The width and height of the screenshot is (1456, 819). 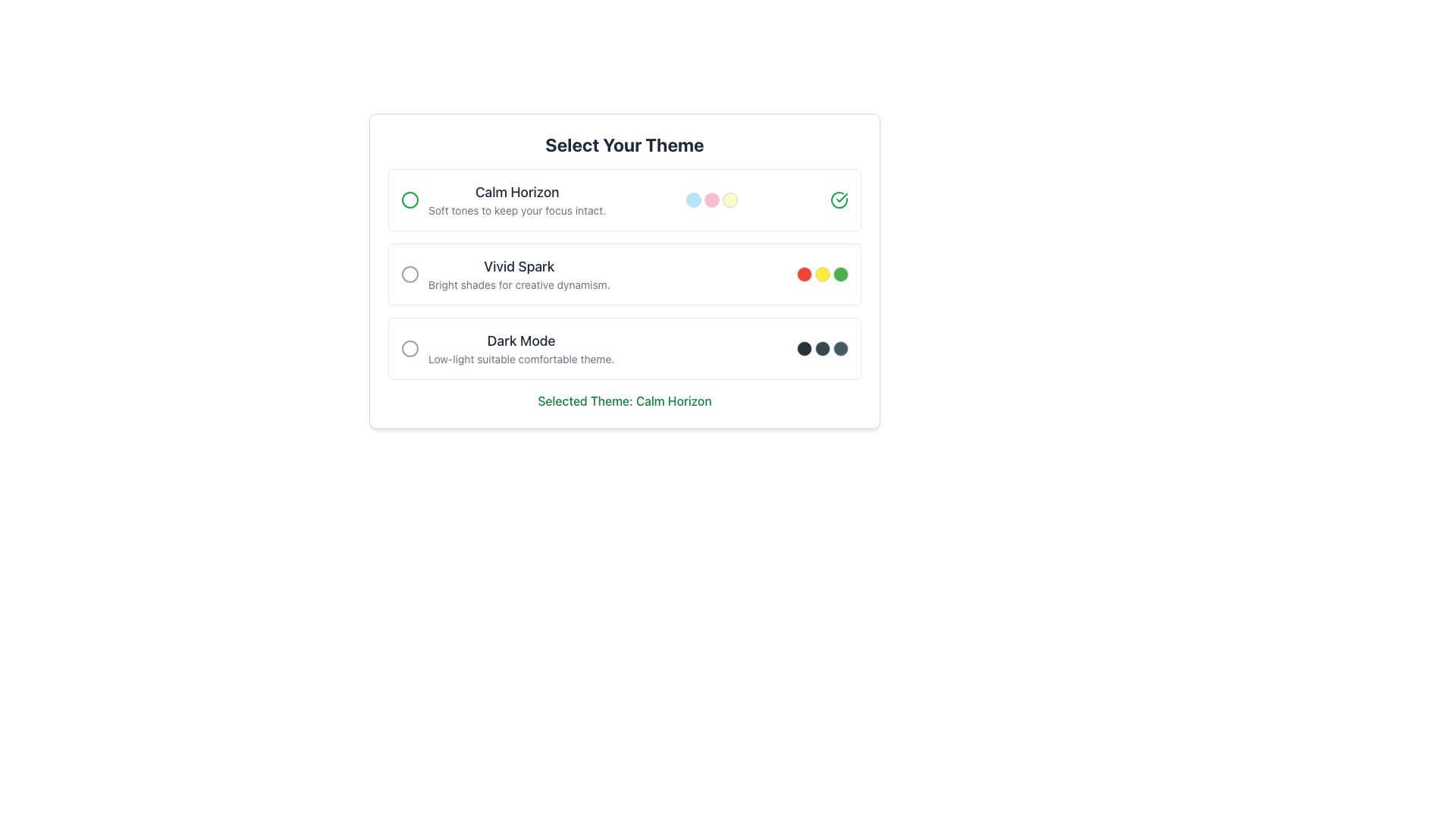 What do you see at coordinates (730, 199) in the screenshot?
I see `the third circular UI component with a pale yellow background and a thin gray border in the 'Select Your Theme' section, aligned with the text 'Calm Horizon'` at bounding box center [730, 199].